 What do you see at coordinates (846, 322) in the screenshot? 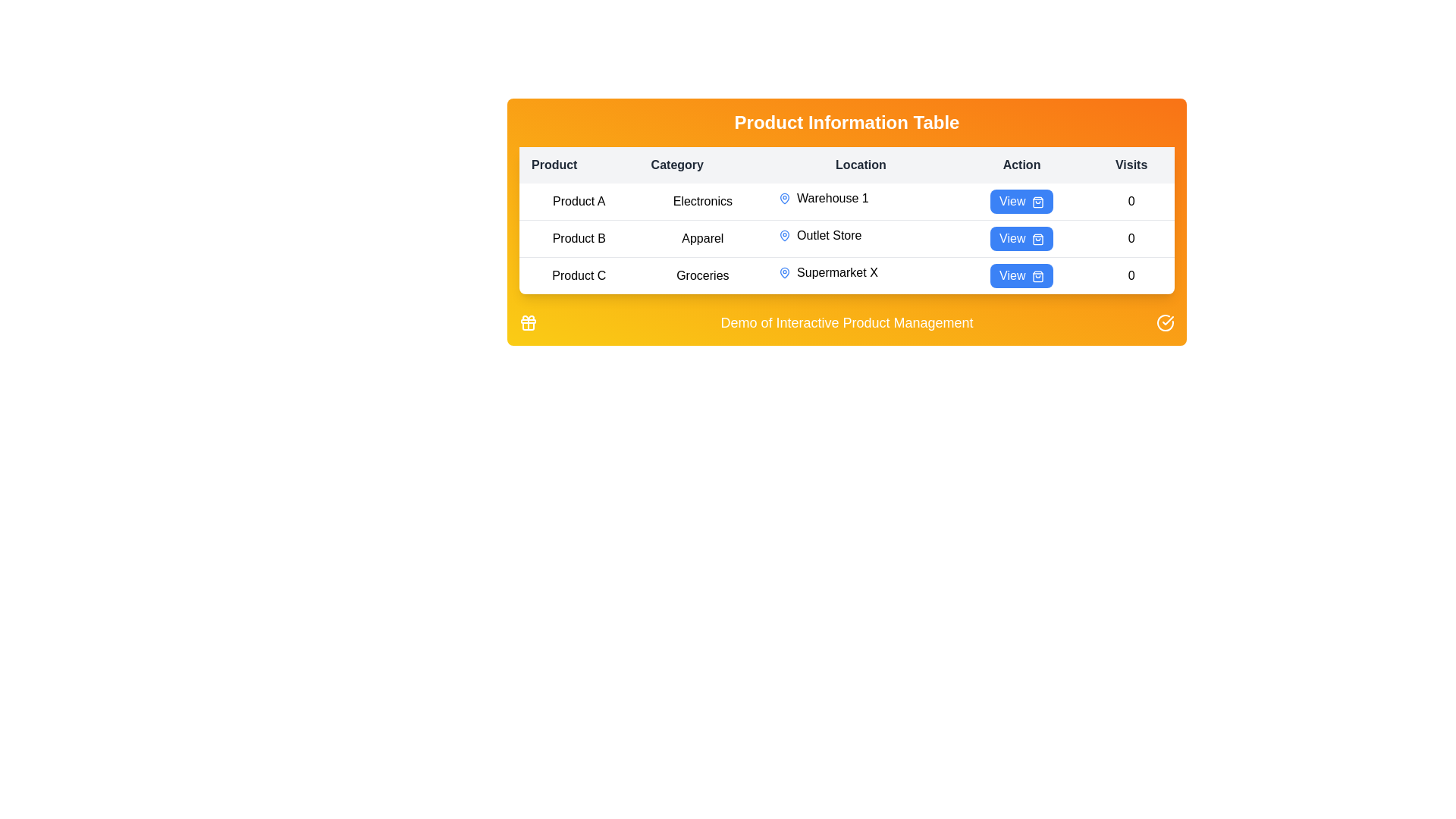
I see `the text label that says 'Demo of Interactive Product Management', which is styled with a large font size and white color on a gradient orange background, positioned centrally below the table headings in the Product Information Table` at bounding box center [846, 322].